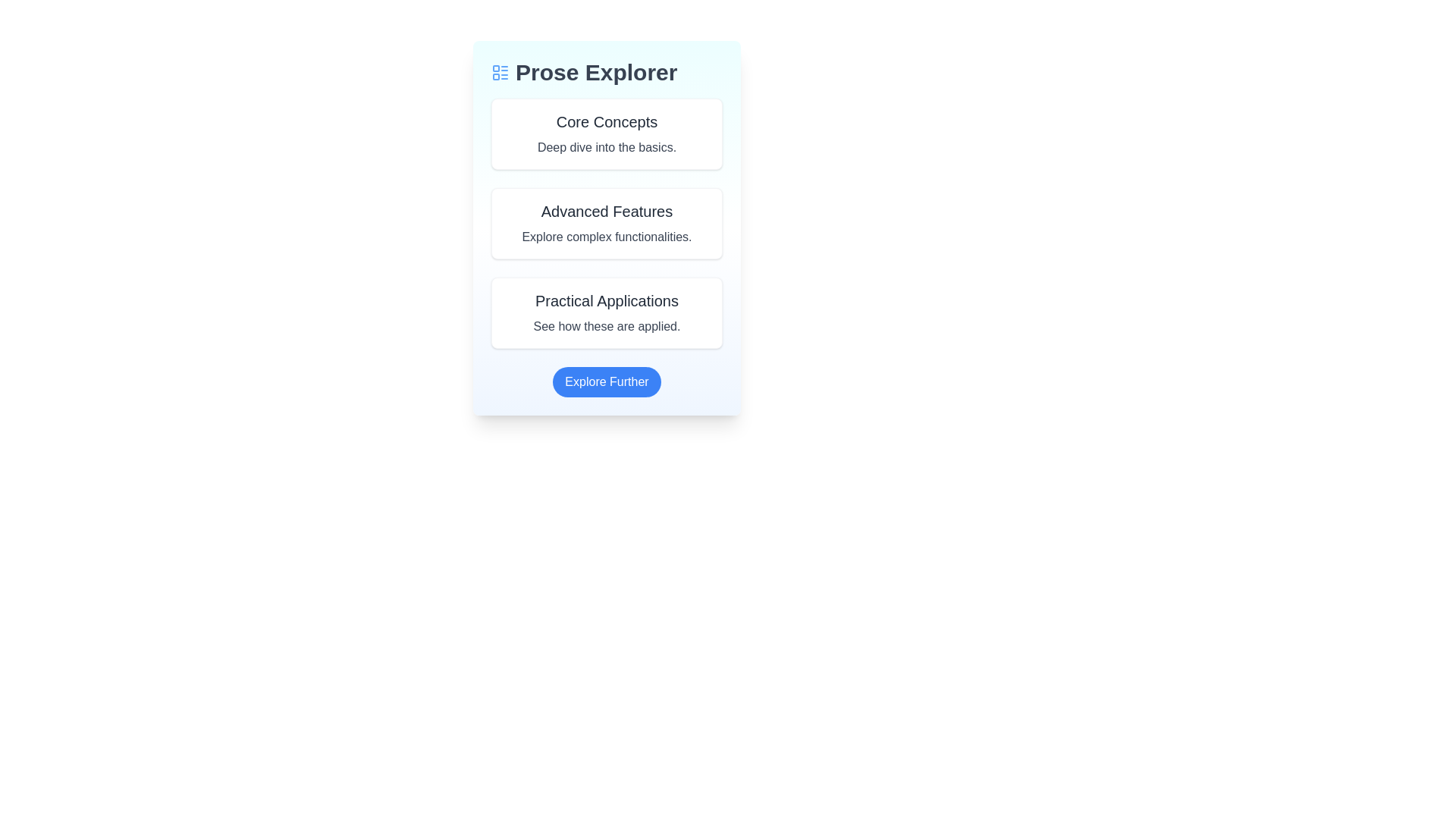 The image size is (1456, 819). I want to click on the title label indicating a section or category within the interface, which is located above the text 'Explore complex functionalities.', so click(607, 211).